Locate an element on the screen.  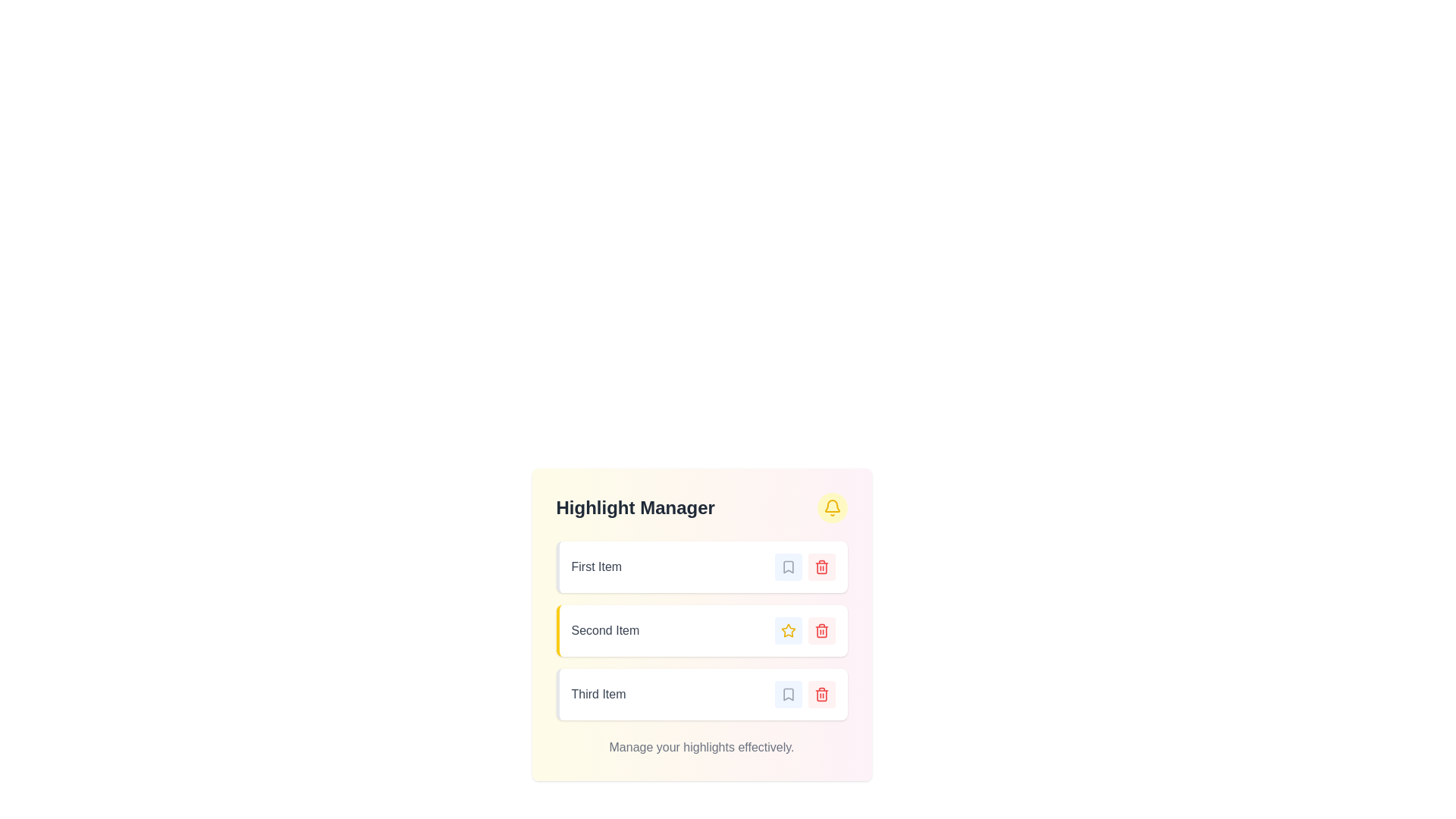
the 'Star' button to favorite the 'Second Item' in the list of the 'Highlight Manager' interface is located at coordinates (804, 631).